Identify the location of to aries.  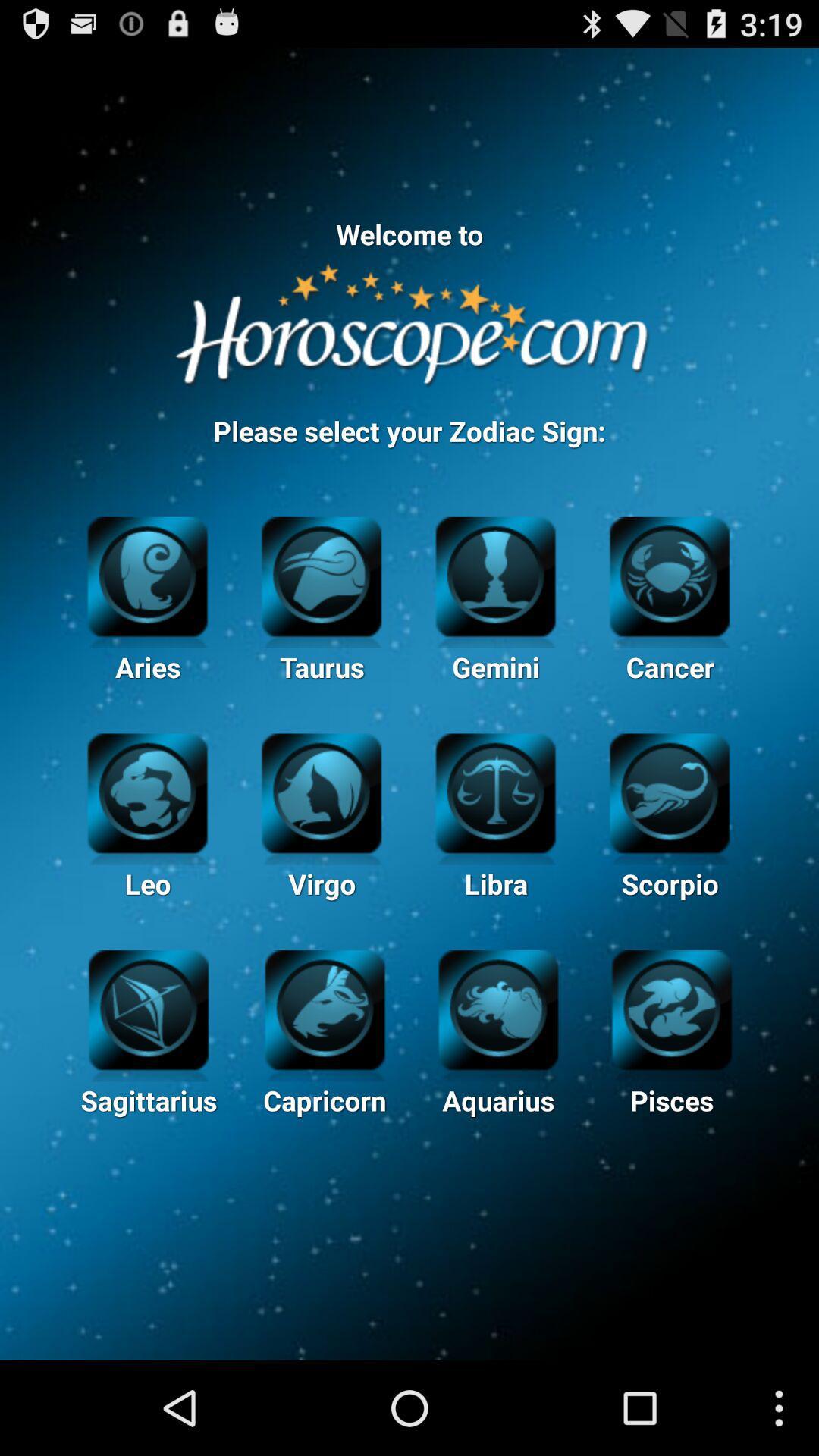
(147, 573).